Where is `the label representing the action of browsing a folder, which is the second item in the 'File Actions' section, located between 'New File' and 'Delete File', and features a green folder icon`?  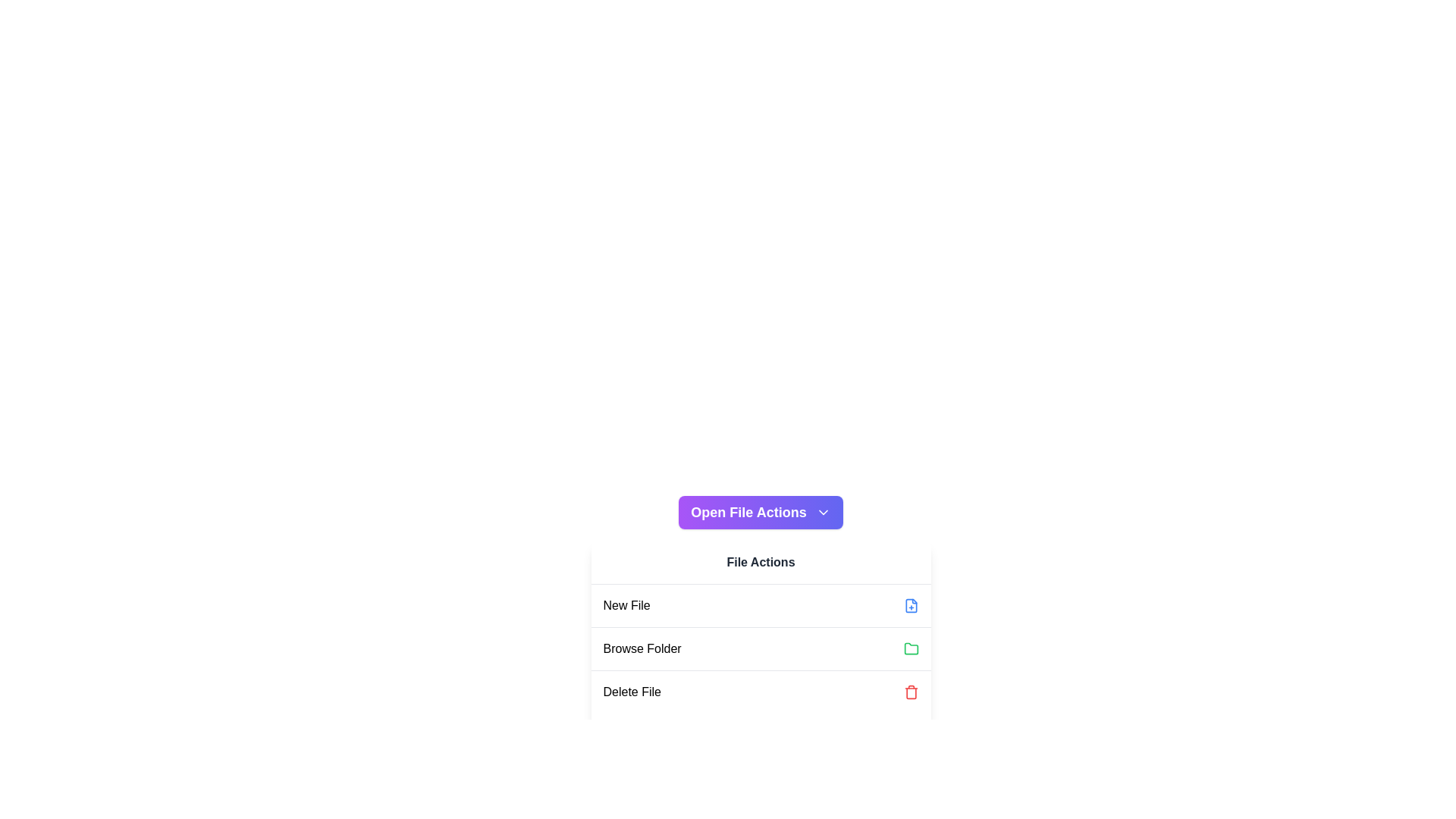 the label representing the action of browsing a folder, which is the second item in the 'File Actions' section, located between 'New File' and 'Delete File', and features a green folder icon is located at coordinates (642, 648).